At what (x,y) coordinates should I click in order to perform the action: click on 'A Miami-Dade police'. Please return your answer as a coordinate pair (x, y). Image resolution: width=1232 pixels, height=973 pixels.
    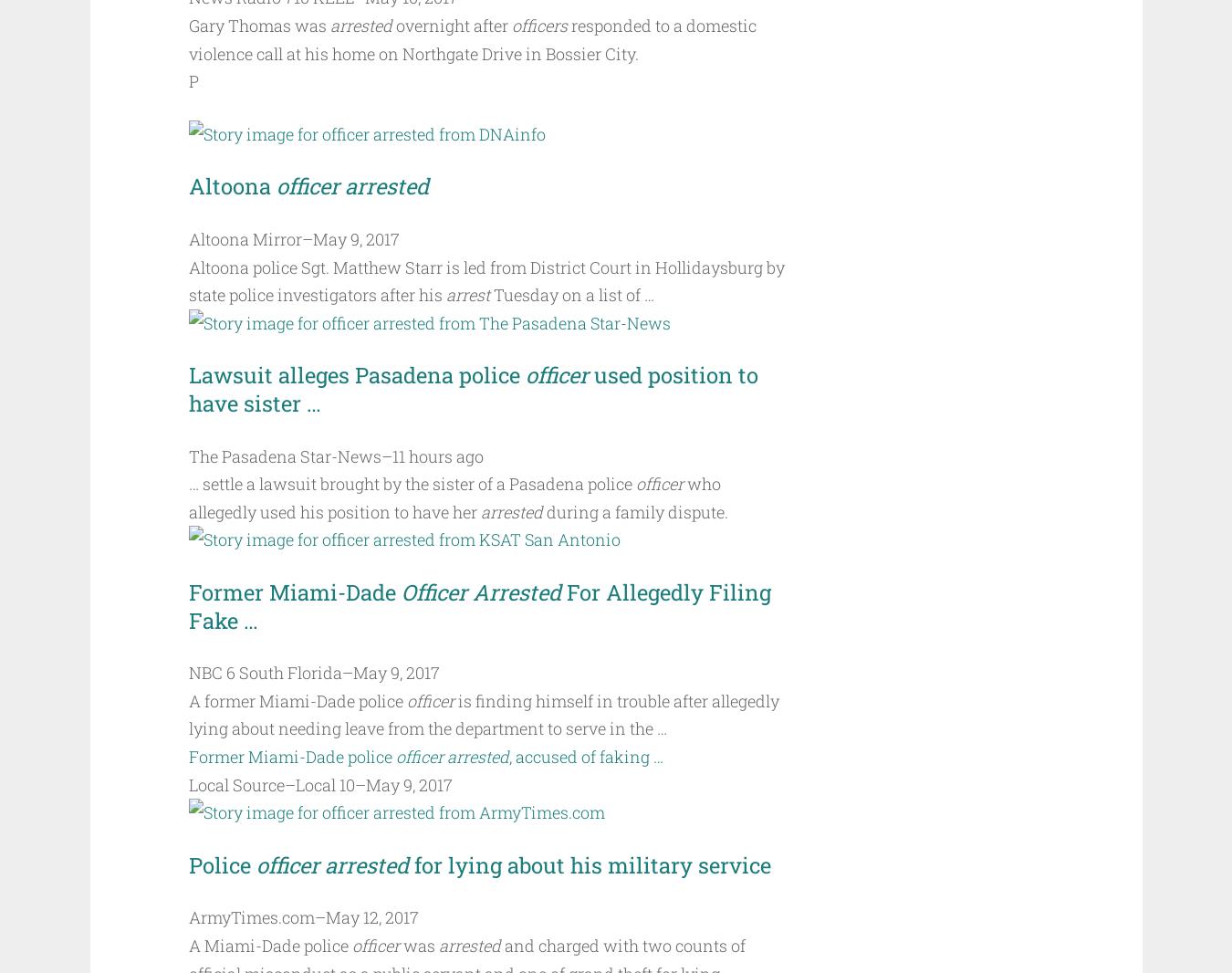
    Looking at the image, I should click on (268, 944).